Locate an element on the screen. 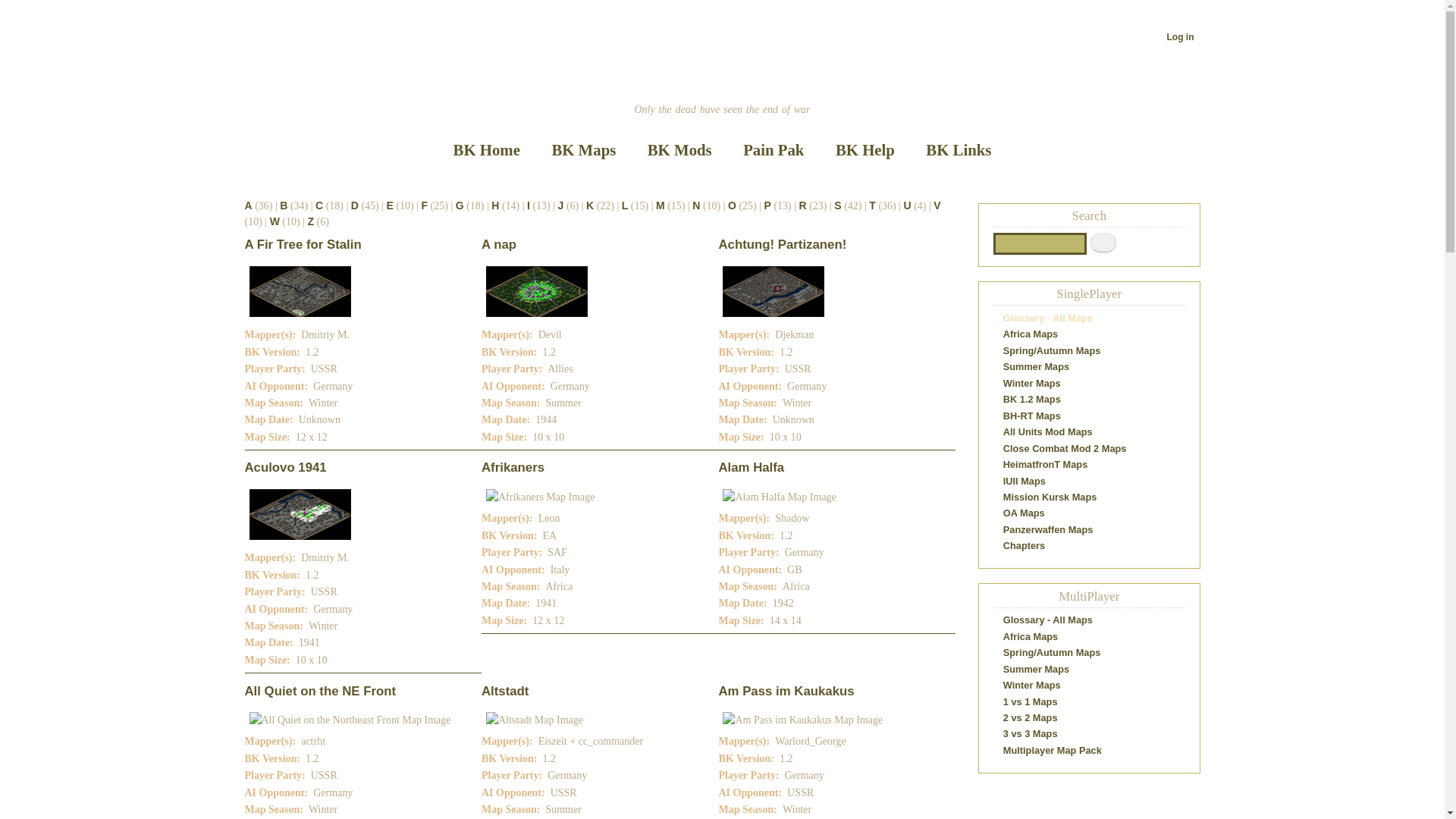 The image size is (1456, 819). 'BH-RT Maps' is located at coordinates (1031, 416).